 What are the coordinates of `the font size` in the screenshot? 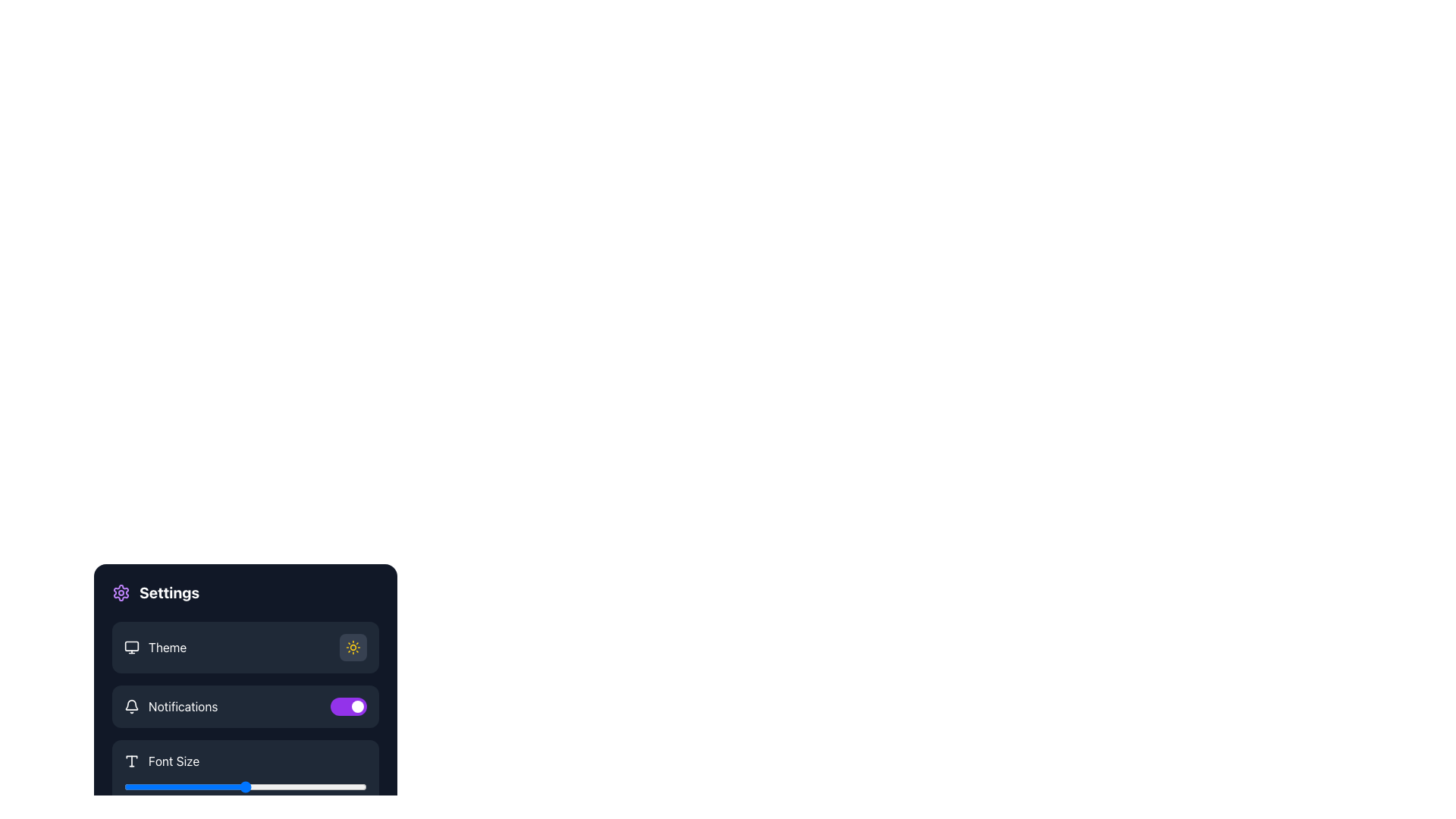 It's located at (221, 786).